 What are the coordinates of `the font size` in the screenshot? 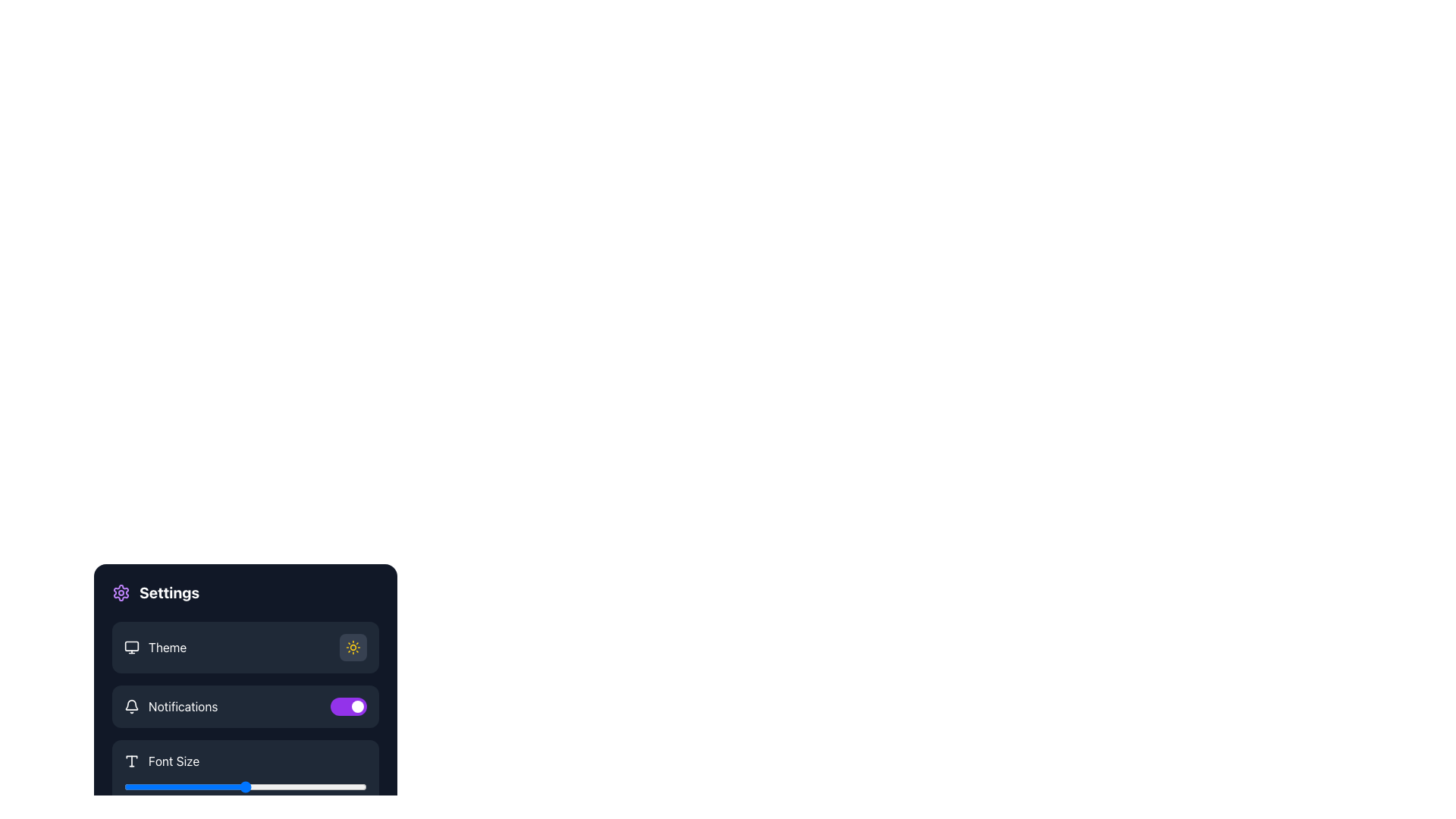 It's located at (221, 786).